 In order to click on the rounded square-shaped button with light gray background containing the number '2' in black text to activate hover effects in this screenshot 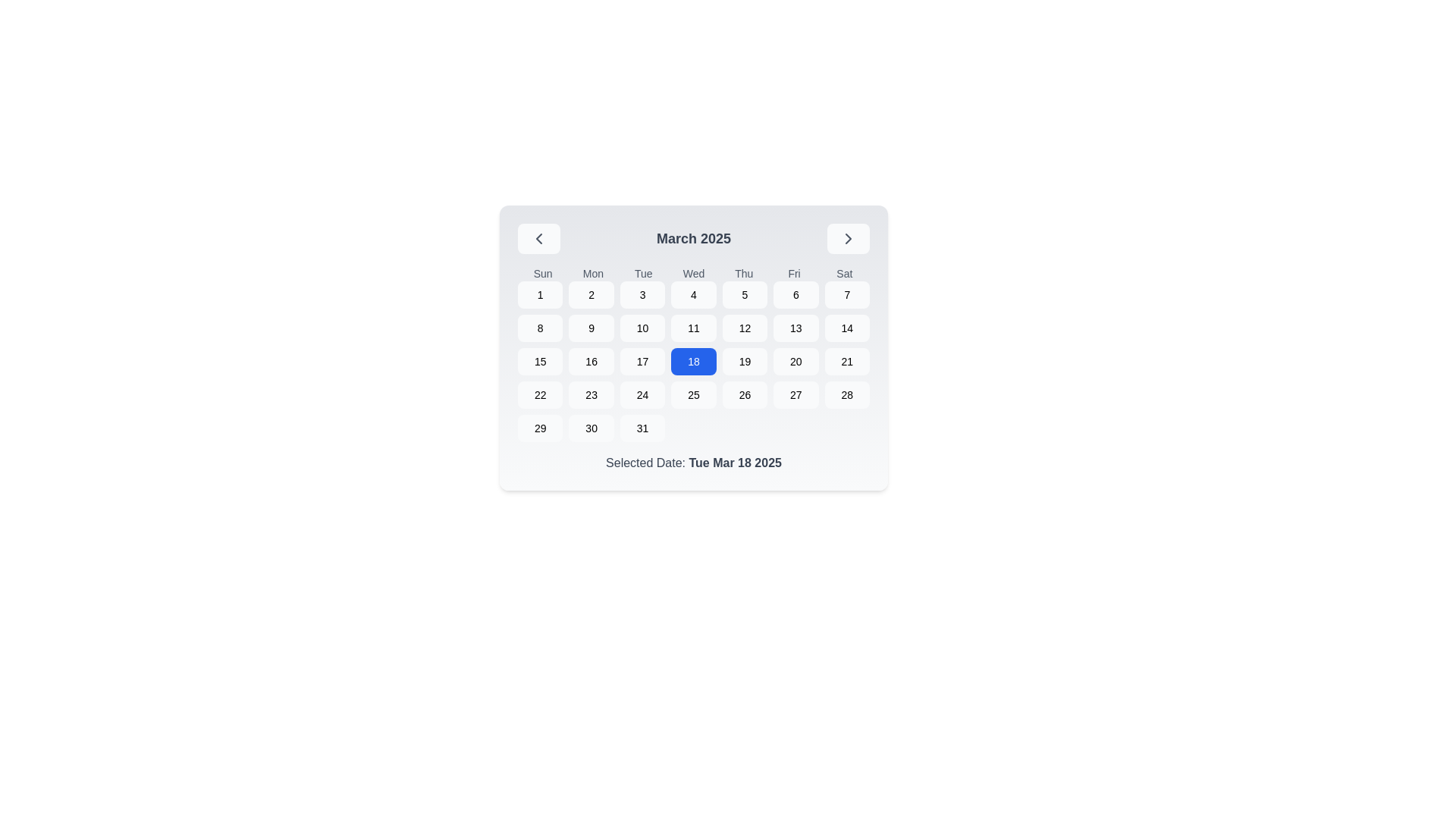, I will do `click(591, 295)`.